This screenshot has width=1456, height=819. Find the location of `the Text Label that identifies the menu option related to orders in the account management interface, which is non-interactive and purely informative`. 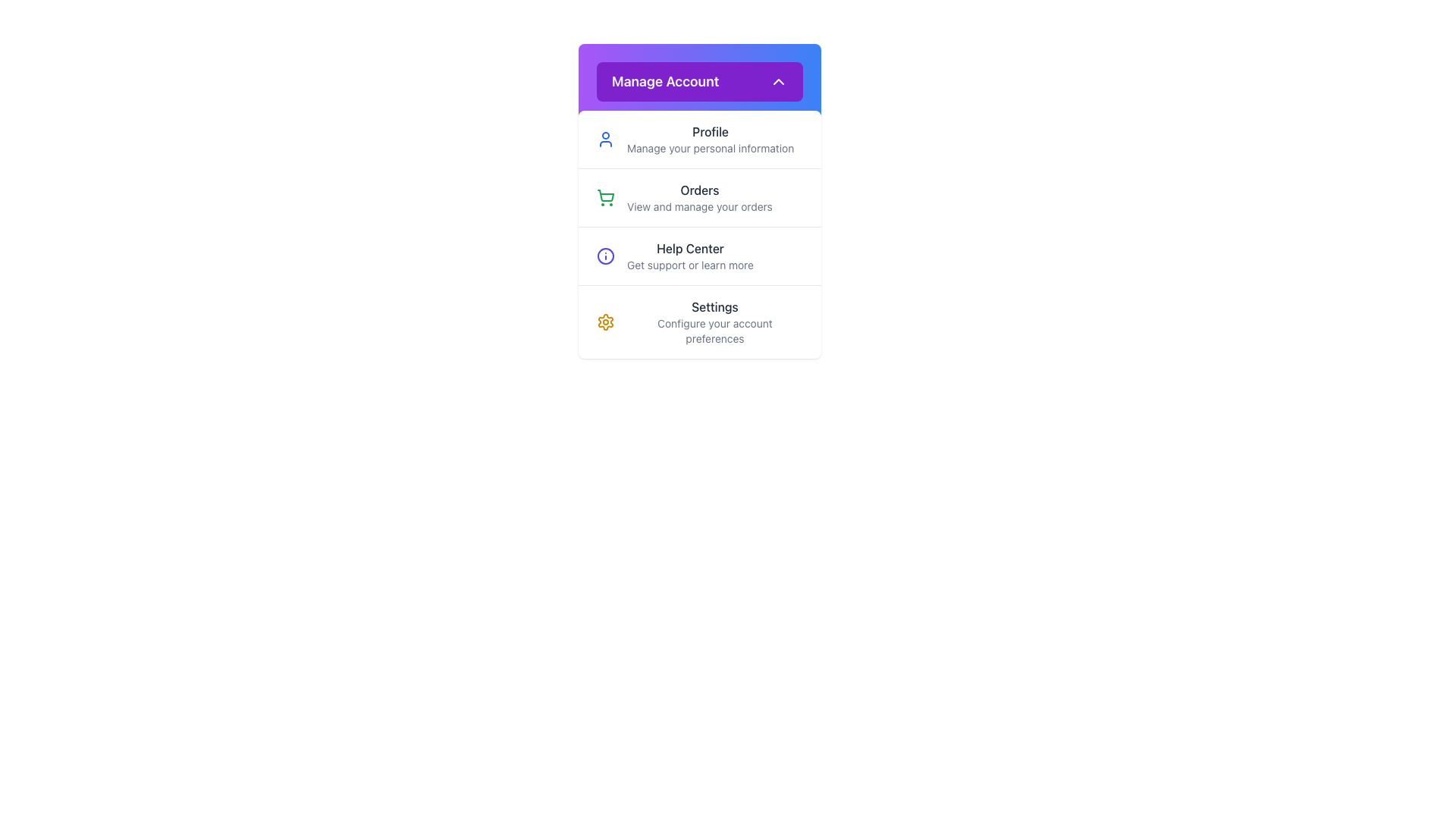

the Text Label that identifies the menu option related to orders in the account management interface, which is non-interactive and purely informative is located at coordinates (698, 189).